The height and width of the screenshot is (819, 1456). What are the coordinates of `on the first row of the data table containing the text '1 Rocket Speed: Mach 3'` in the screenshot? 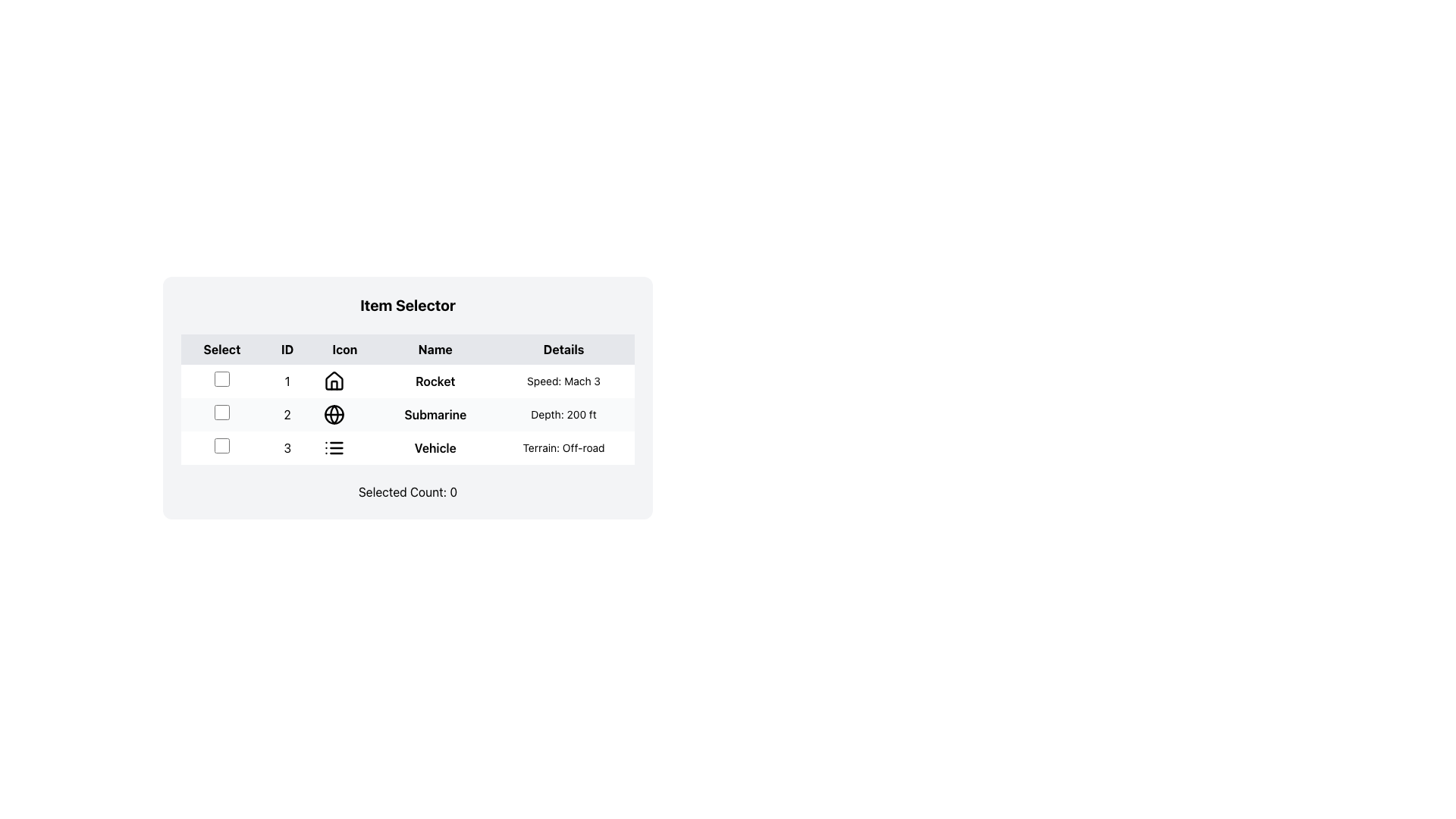 It's located at (407, 380).